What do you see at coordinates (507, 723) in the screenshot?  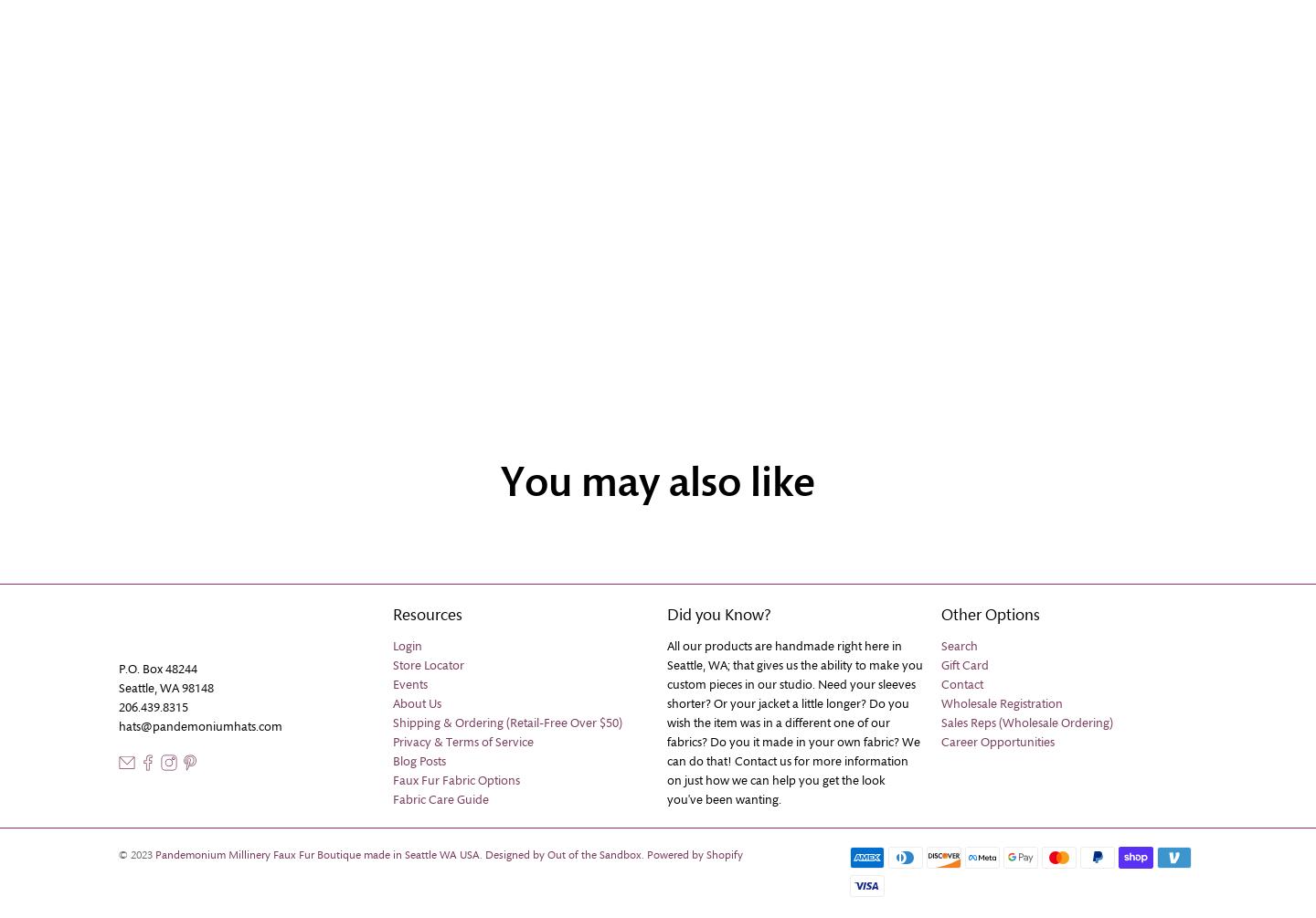 I see `'Shipping & Ordering (Retail-Free Over $50)'` at bounding box center [507, 723].